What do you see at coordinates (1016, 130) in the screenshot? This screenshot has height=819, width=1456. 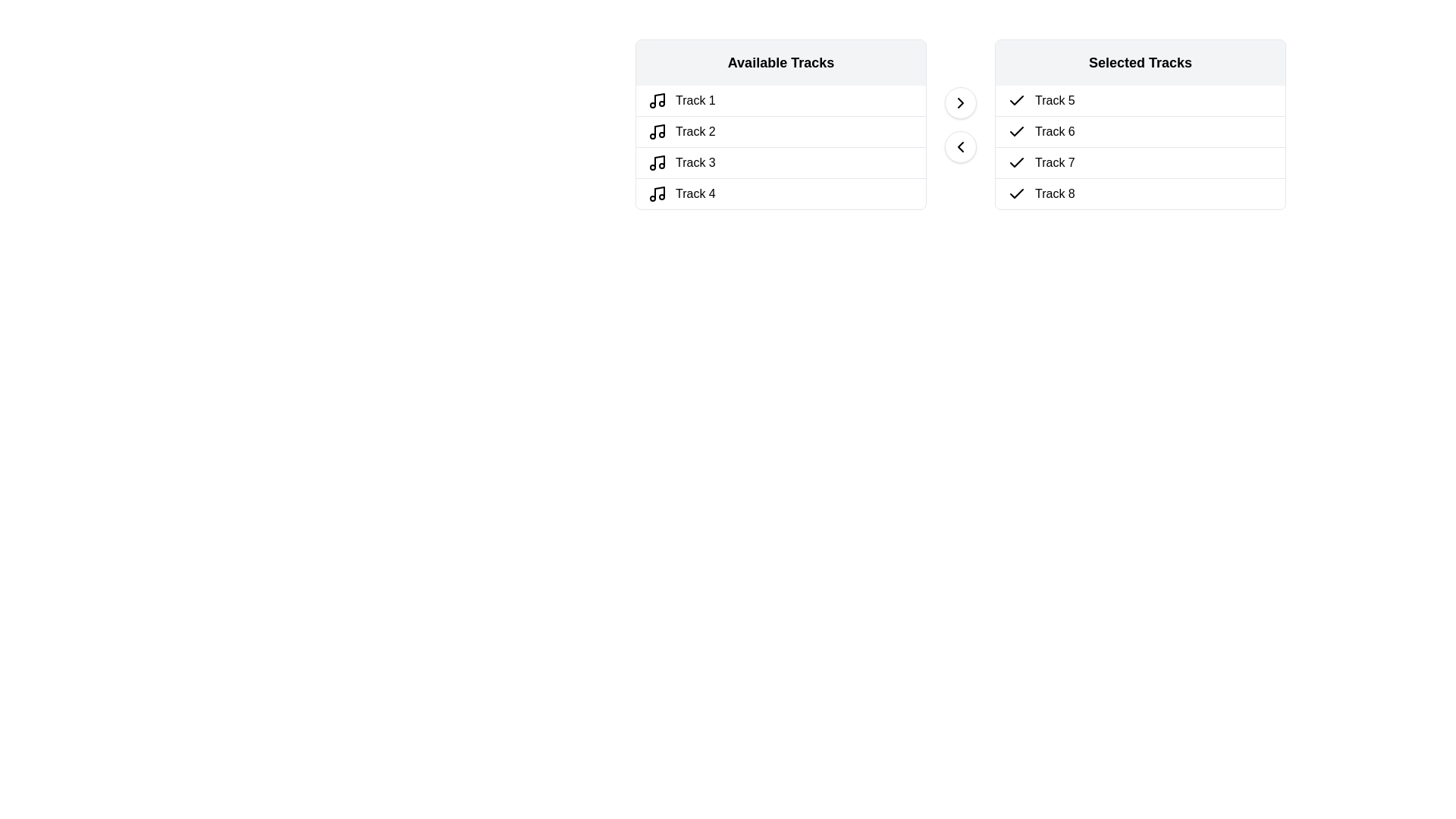 I see `the checkmark icon located slightly to the left of the text 'Track 6' under the 'Selected Tracks' column` at bounding box center [1016, 130].